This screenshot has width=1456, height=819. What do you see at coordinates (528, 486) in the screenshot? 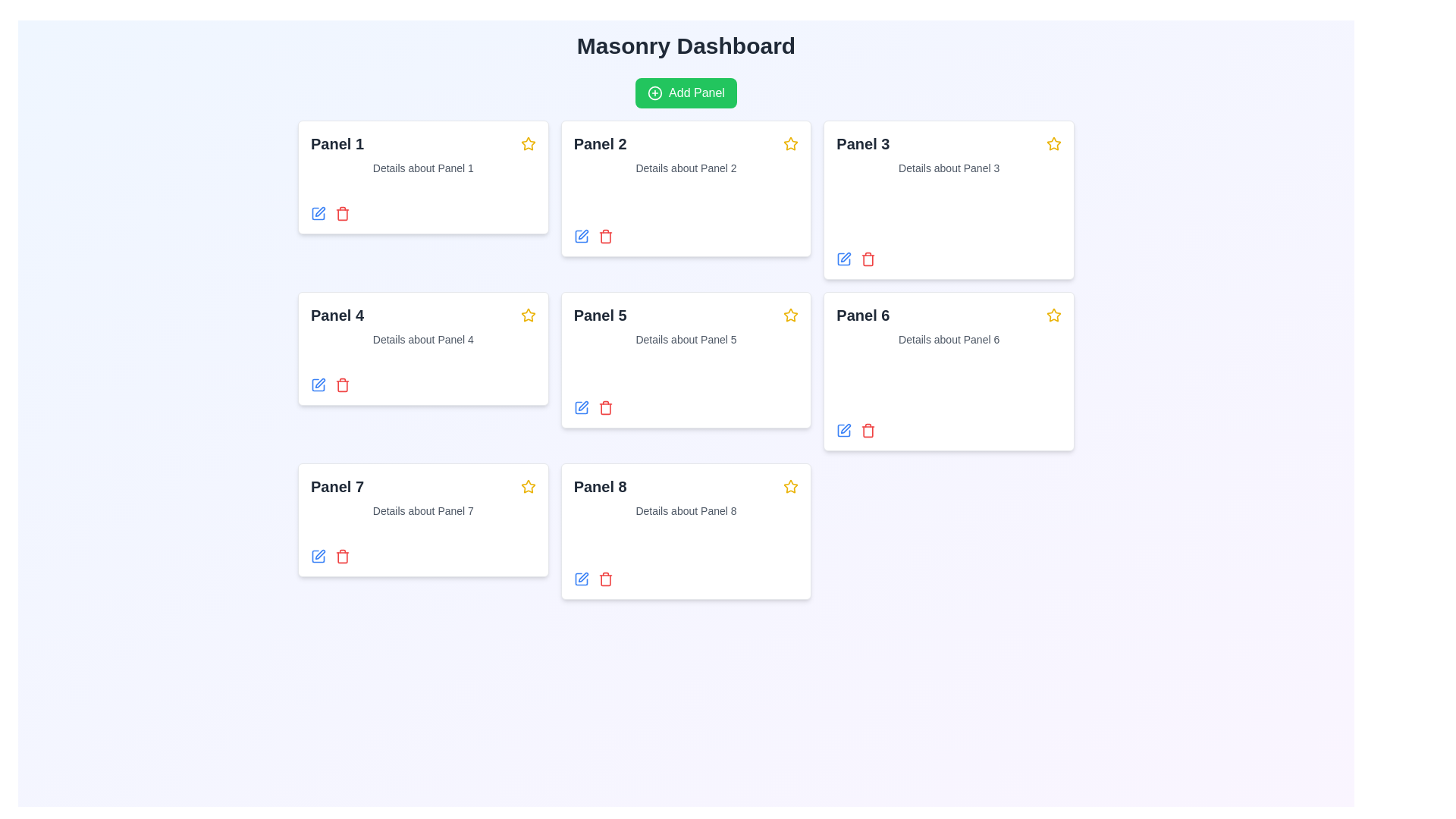
I see `the star icon in the top-right corner of 'Panel 7'` at bounding box center [528, 486].